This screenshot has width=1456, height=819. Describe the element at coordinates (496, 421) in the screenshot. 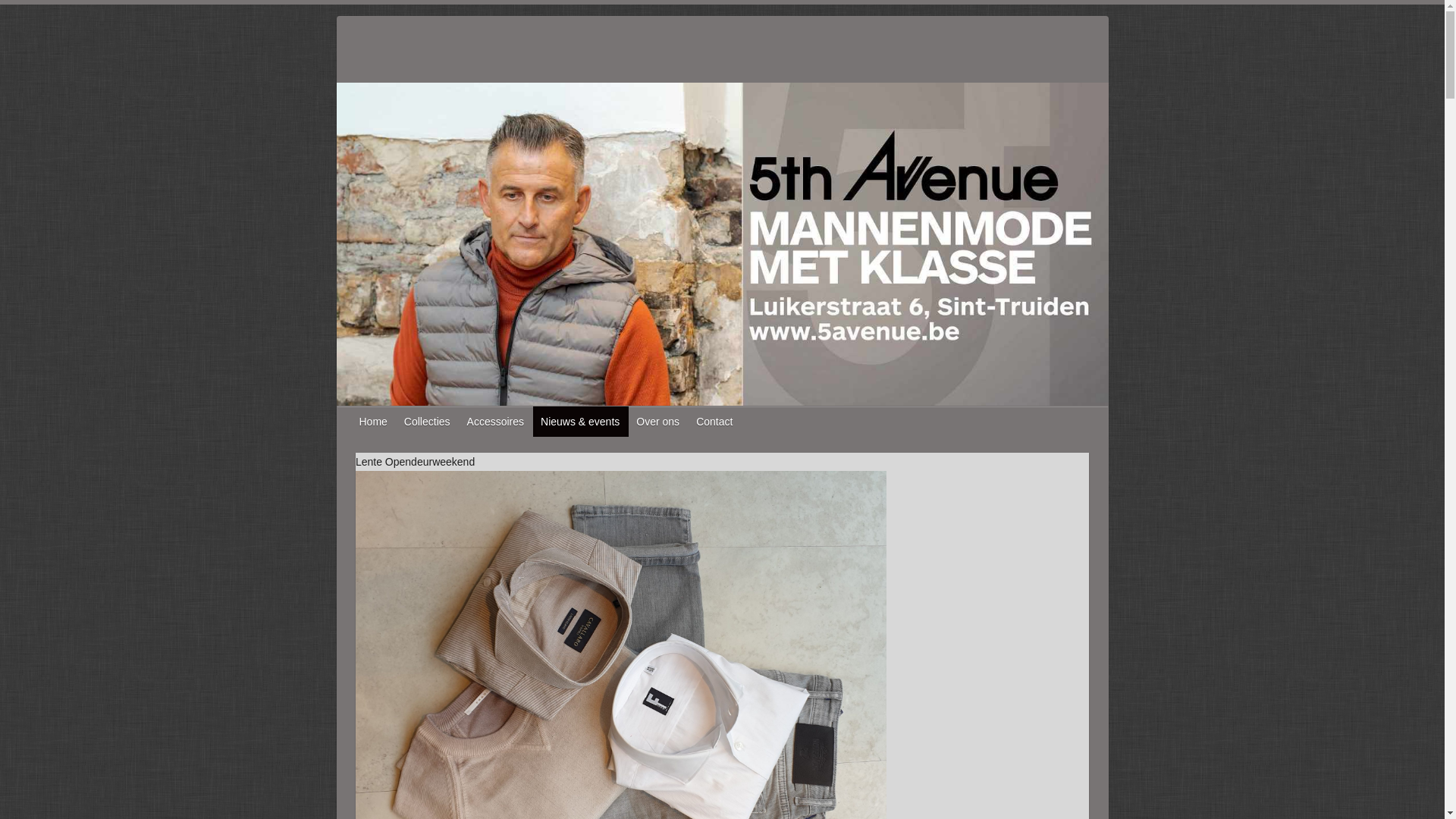

I see `'Accessoires'` at that location.